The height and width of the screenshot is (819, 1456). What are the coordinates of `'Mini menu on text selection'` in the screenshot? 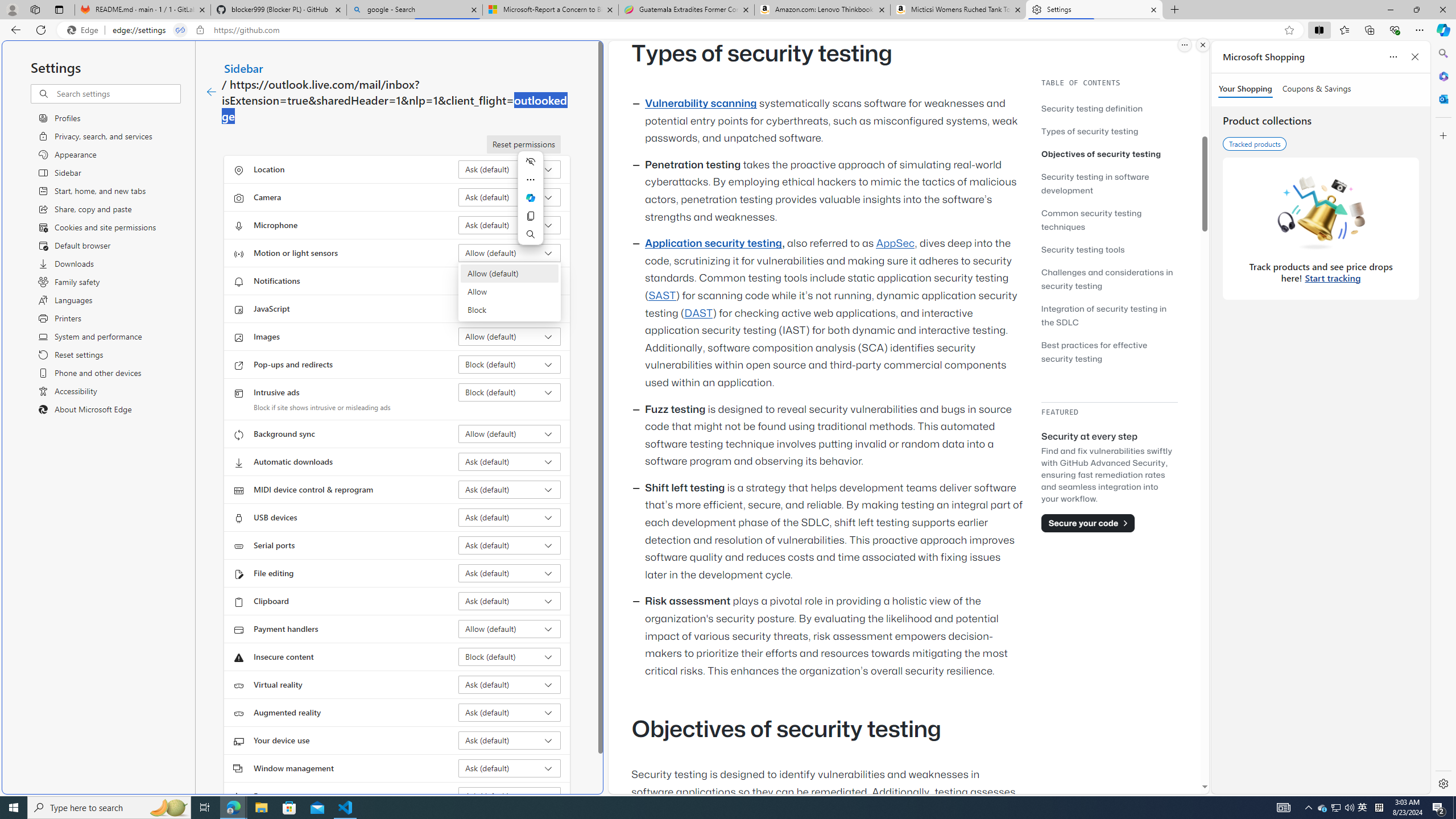 It's located at (531, 205).